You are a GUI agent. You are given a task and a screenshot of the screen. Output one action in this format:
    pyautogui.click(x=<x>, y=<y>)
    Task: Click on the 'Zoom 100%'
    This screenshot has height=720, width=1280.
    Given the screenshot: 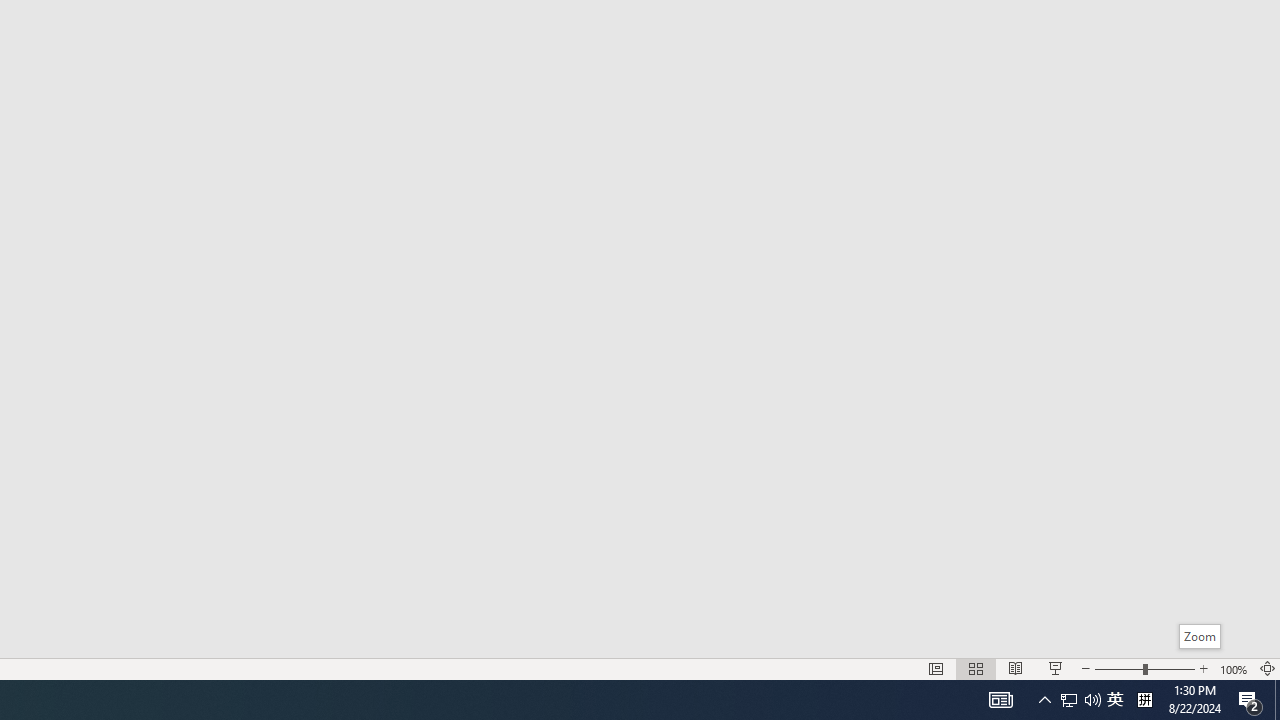 What is the action you would take?
    pyautogui.click(x=1233, y=669)
    